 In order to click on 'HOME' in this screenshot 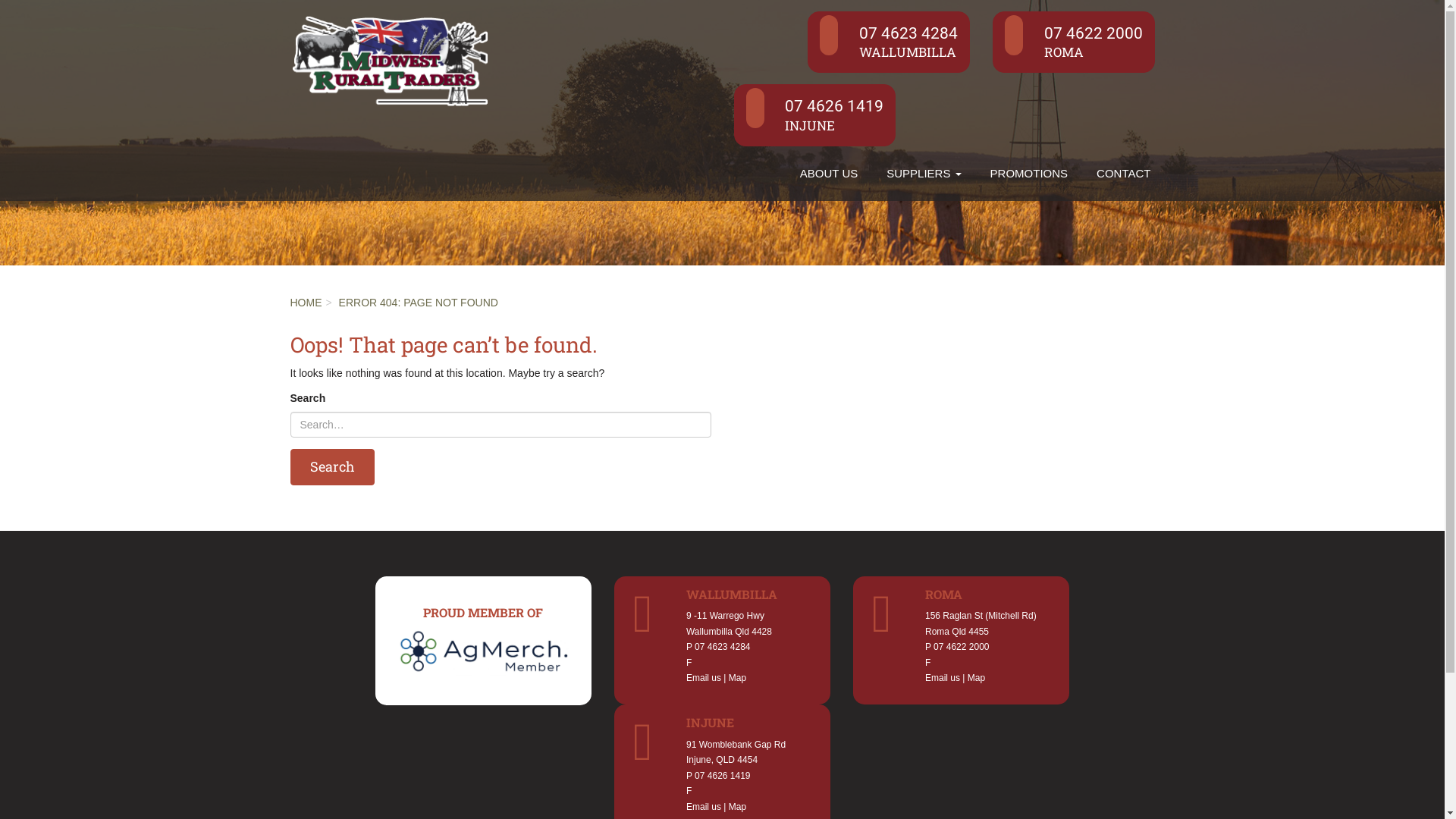, I will do `click(305, 302)`.